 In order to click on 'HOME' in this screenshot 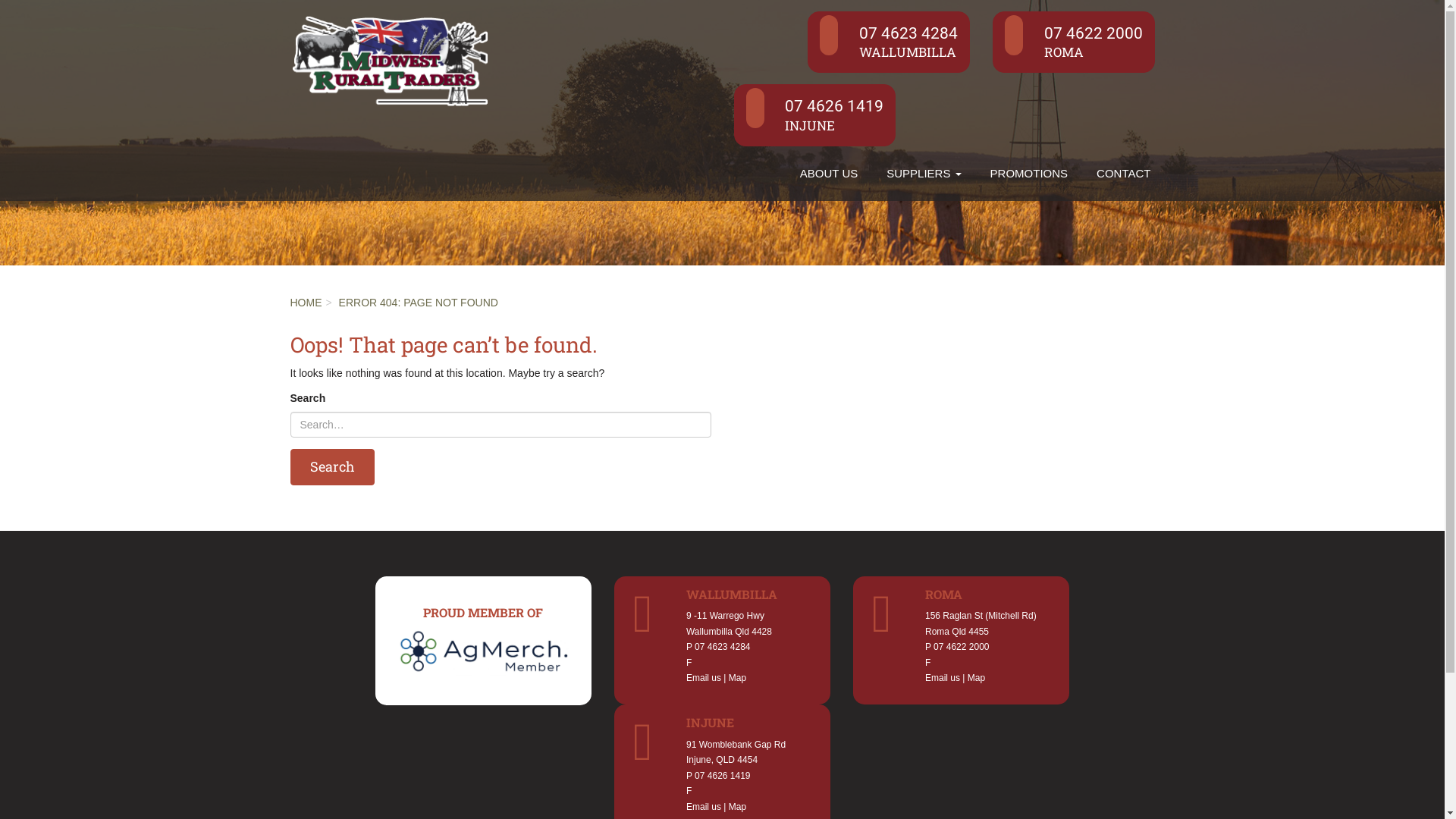, I will do `click(305, 302)`.